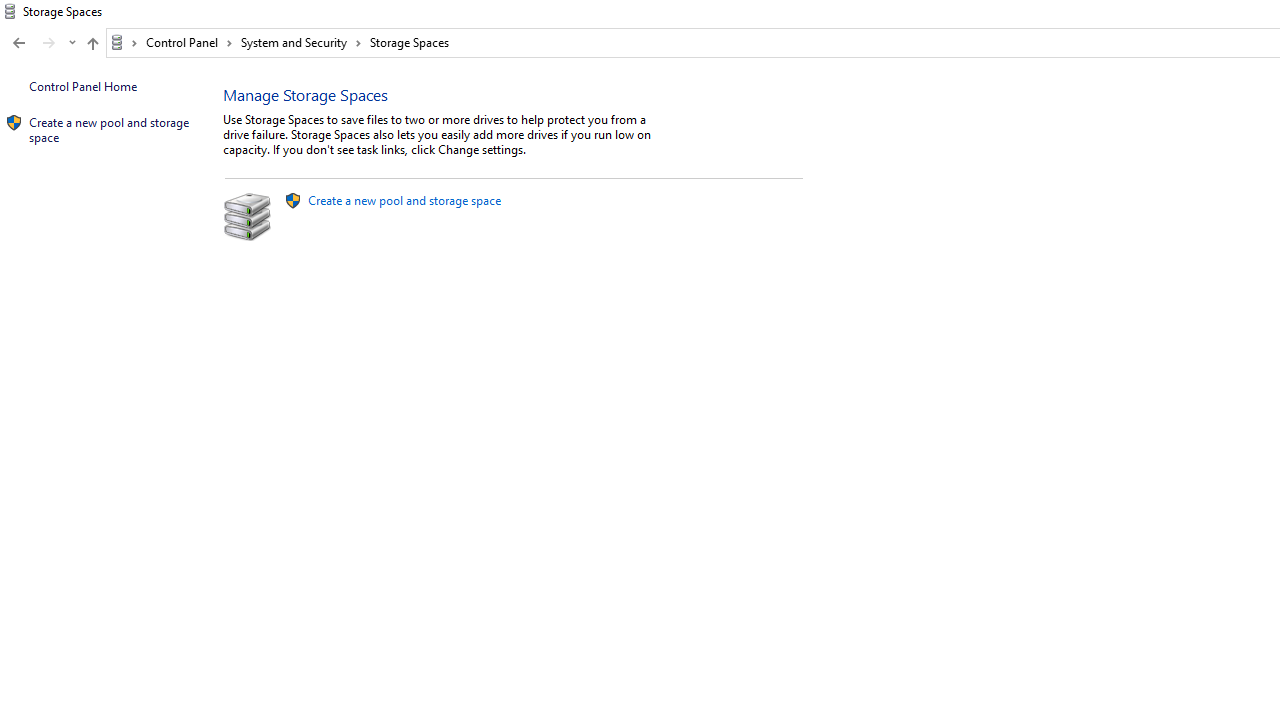 Image resolution: width=1280 pixels, height=720 pixels. What do you see at coordinates (42, 43) in the screenshot?
I see `'Navigation buttons'` at bounding box center [42, 43].